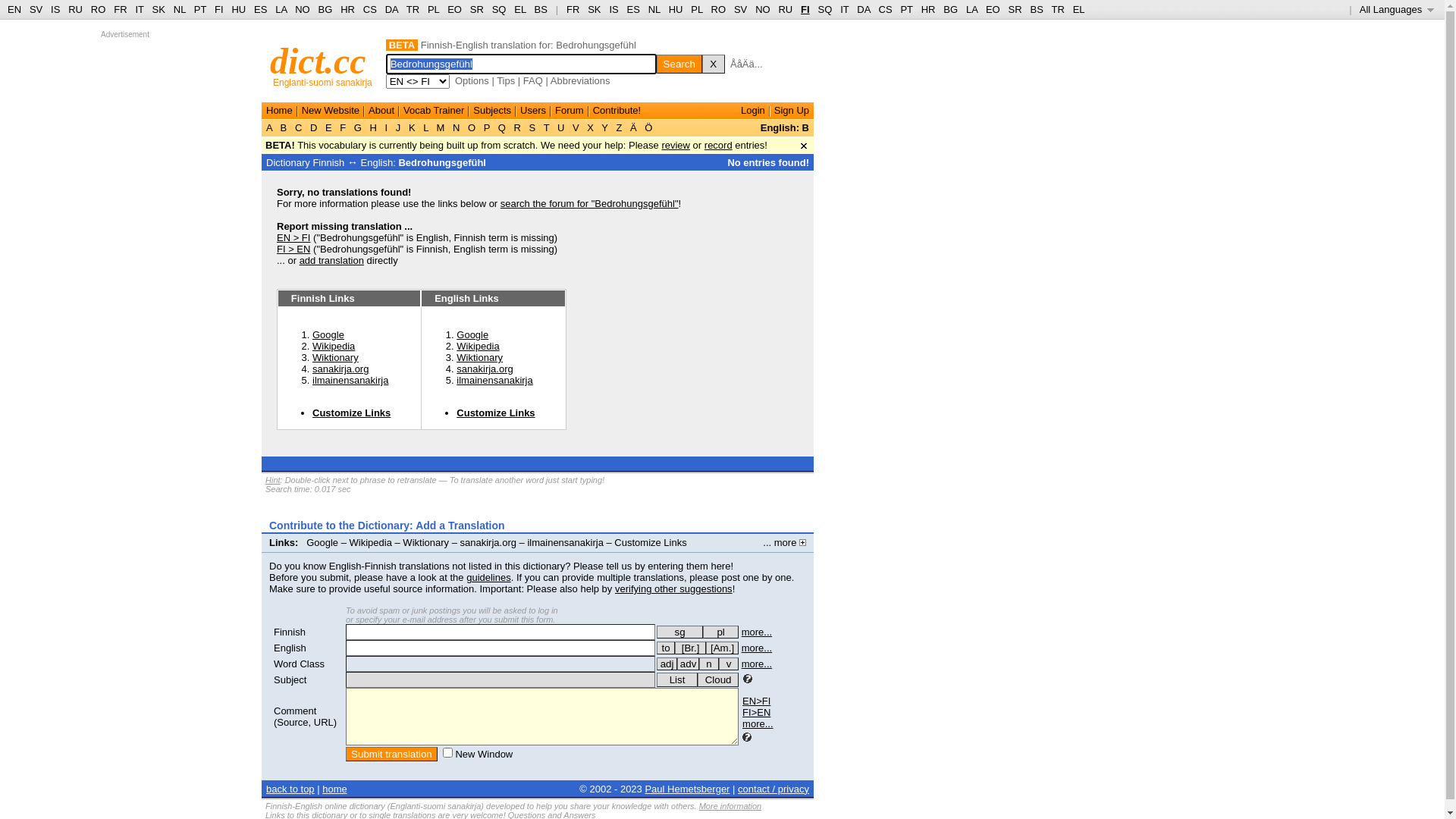 The height and width of the screenshot is (819, 1456). Describe the element at coordinates (687, 663) in the screenshot. I see `'adv'` at that location.